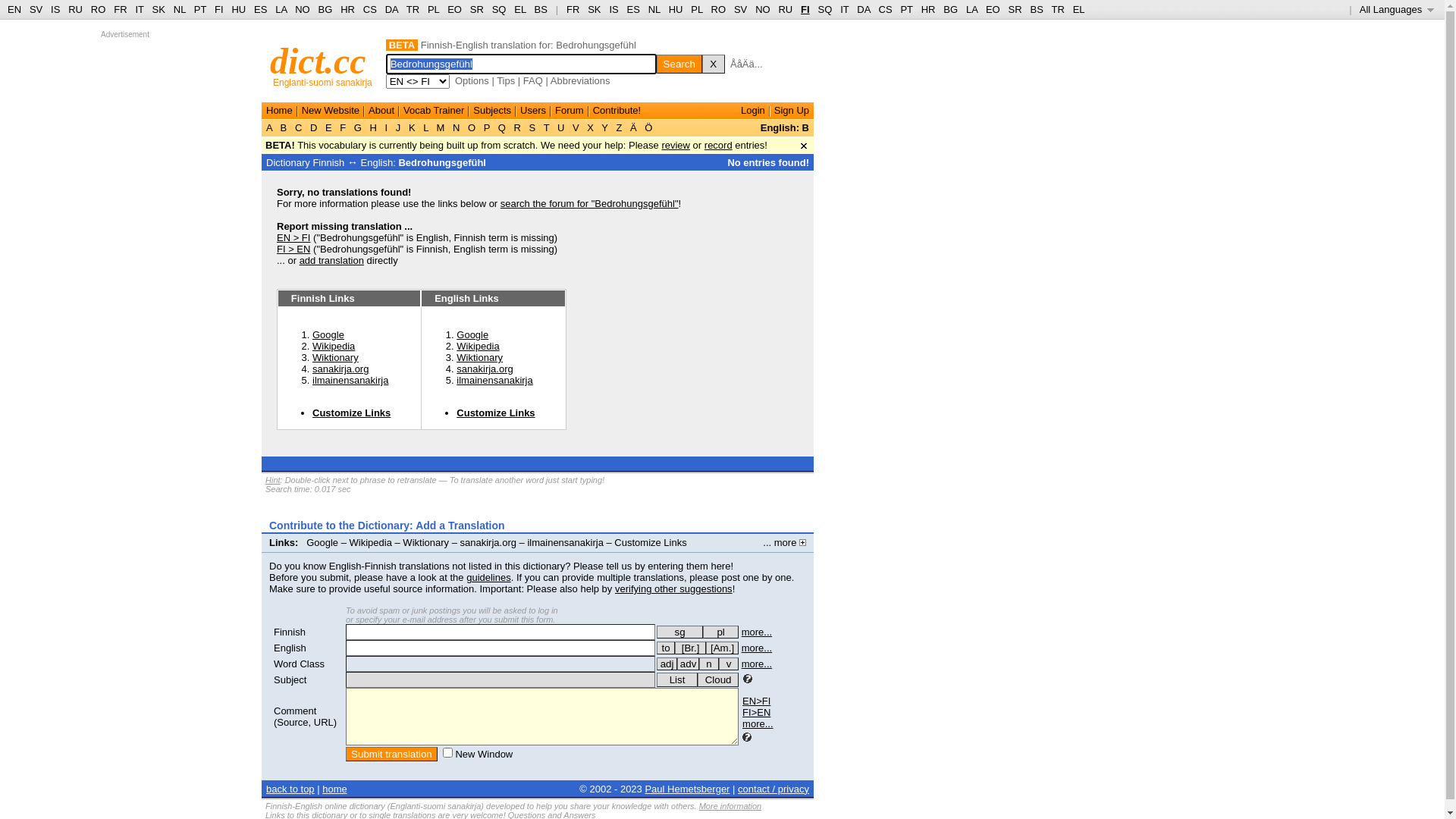 The height and width of the screenshot is (819, 1456). Describe the element at coordinates (687, 663) in the screenshot. I see `'adv'` at that location.